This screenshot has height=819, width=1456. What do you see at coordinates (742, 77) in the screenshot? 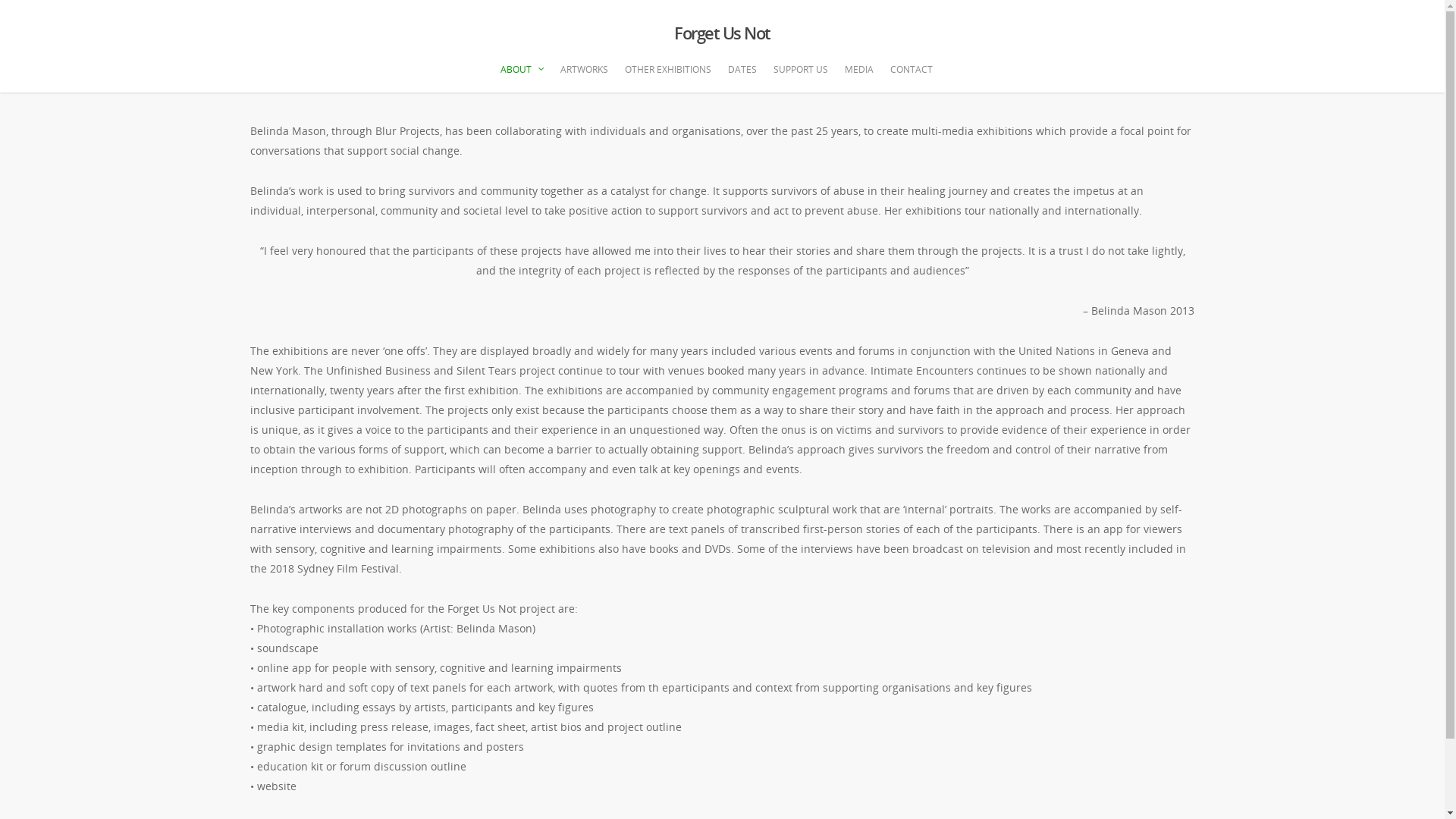
I see `'DATES'` at bounding box center [742, 77].